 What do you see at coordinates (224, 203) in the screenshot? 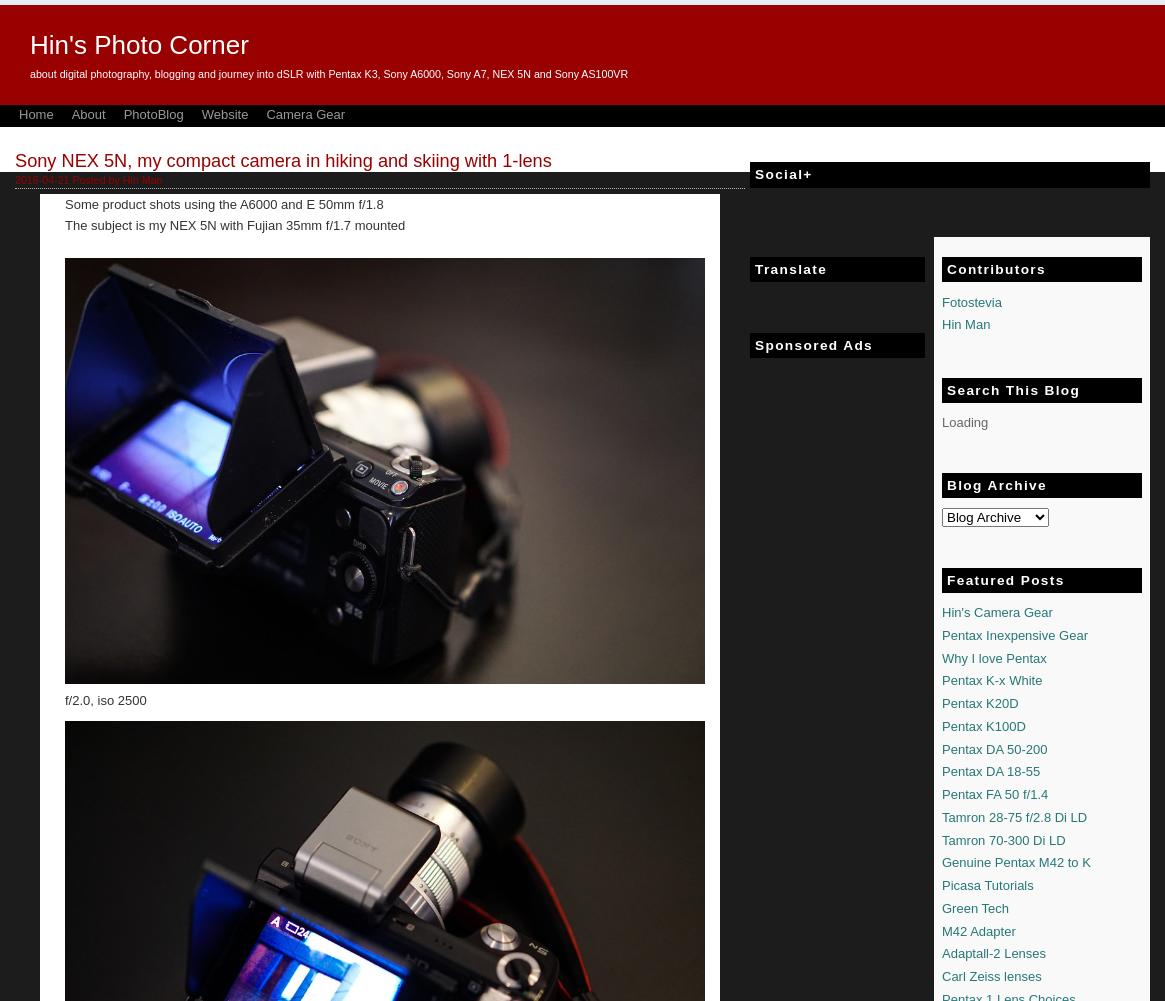
I see `'Some product shots using the A6000 and E 50mm f/1.8'` at bounding box center [224, 203].